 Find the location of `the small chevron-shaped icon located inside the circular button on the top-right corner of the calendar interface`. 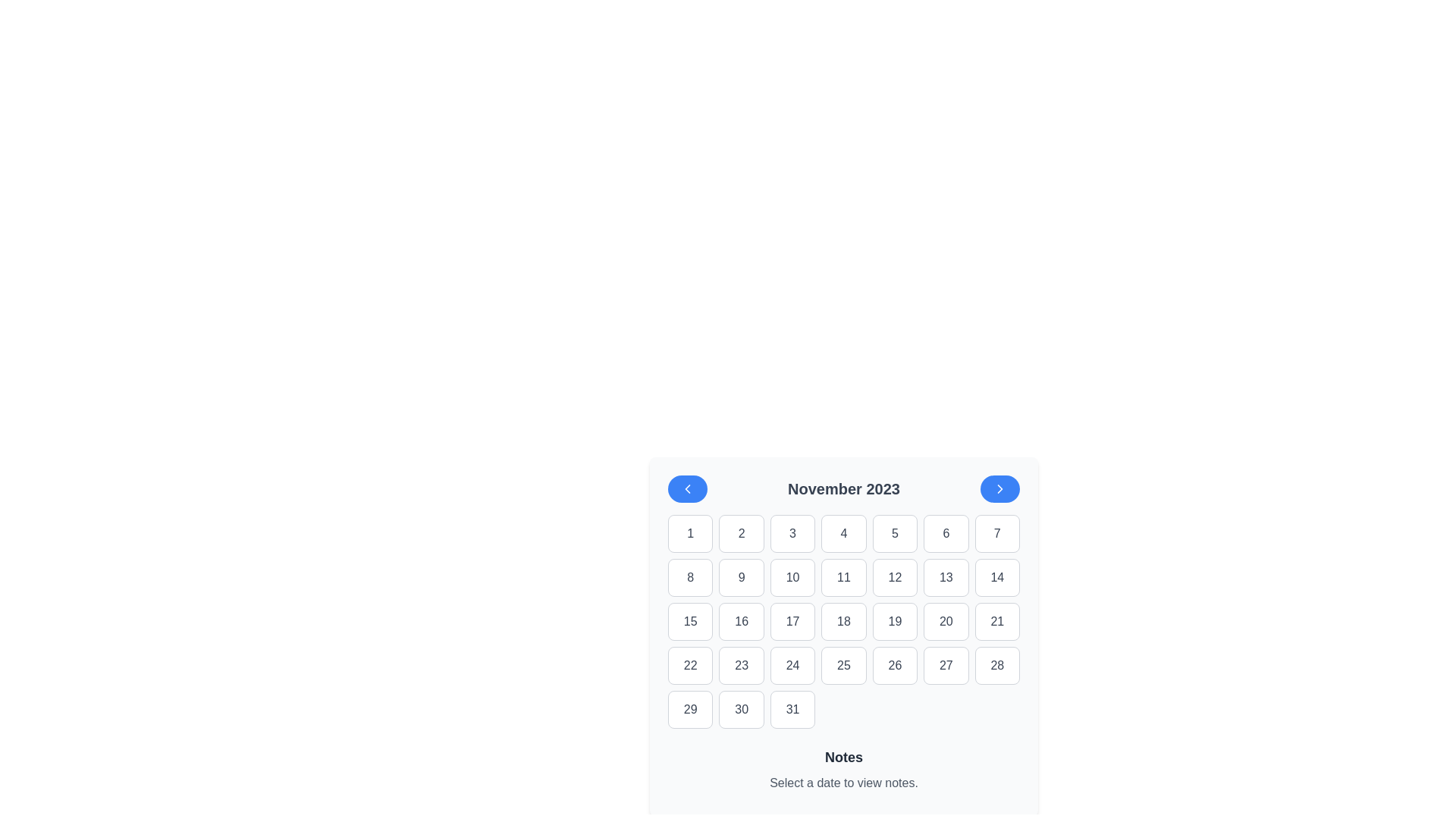

the small chevron-shaped icon located inside the circular button on the top-right corner of the calendar interface is located at coordinates (1000, 488).